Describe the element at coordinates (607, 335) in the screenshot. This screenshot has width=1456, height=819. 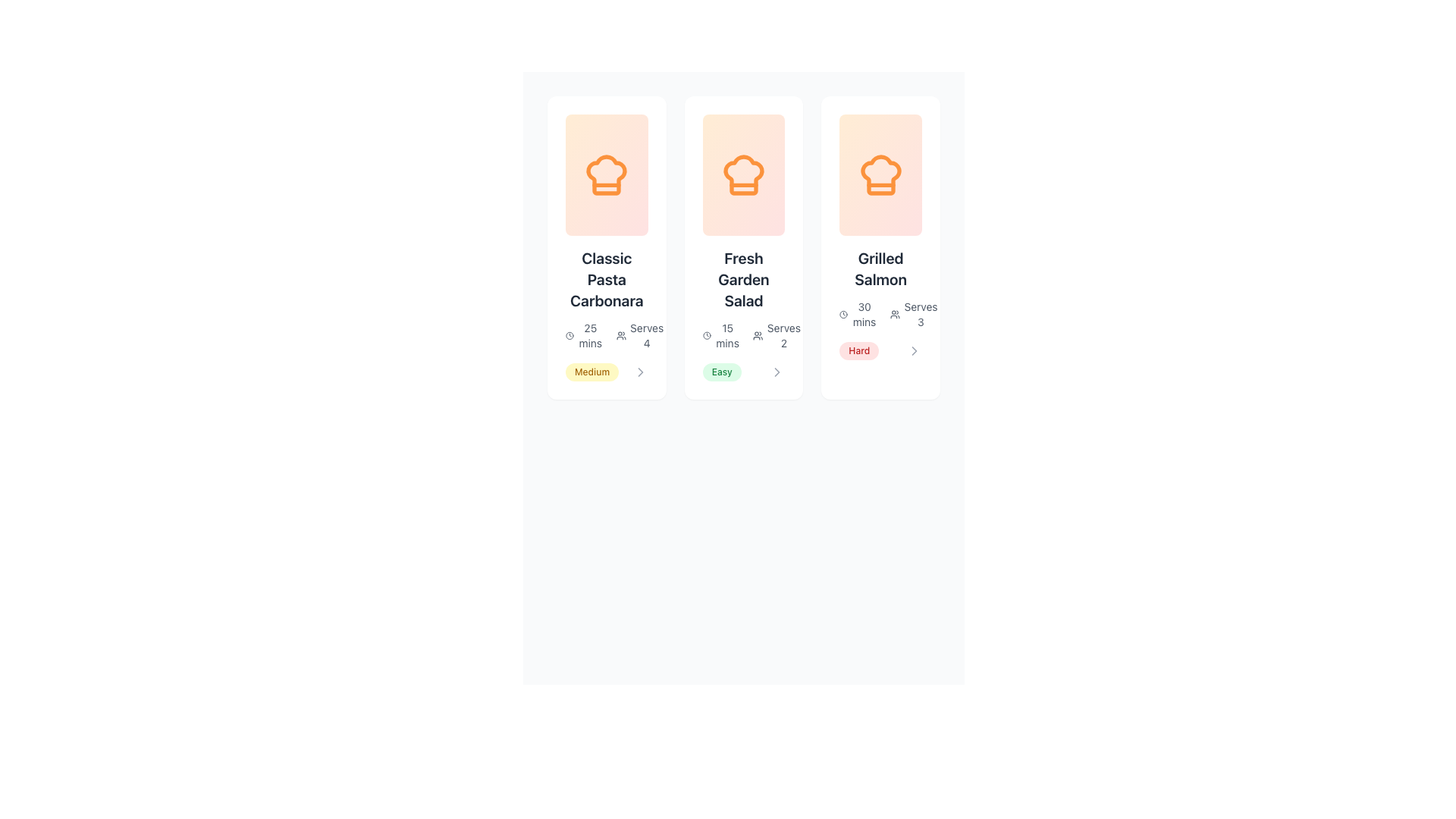
I see `supplemental information block about the recipe titled 'Classic Pasta Carbonara', which includes the preparation time of '25 mins' and the number of servings 'Serves 4'` at that location.